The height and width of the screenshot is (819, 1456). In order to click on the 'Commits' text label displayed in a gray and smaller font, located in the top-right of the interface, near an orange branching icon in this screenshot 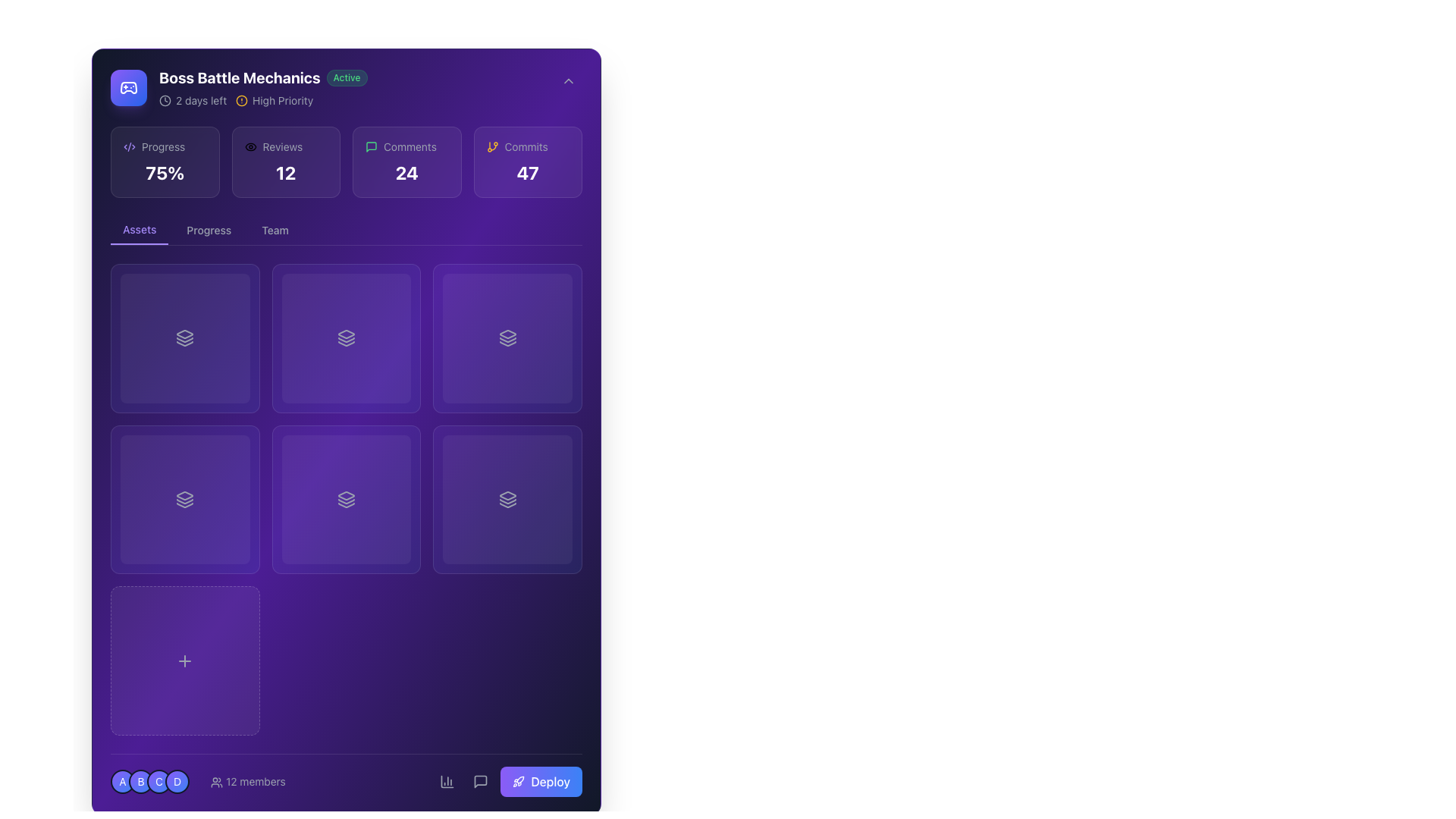, I will do `click(526, 146)`.